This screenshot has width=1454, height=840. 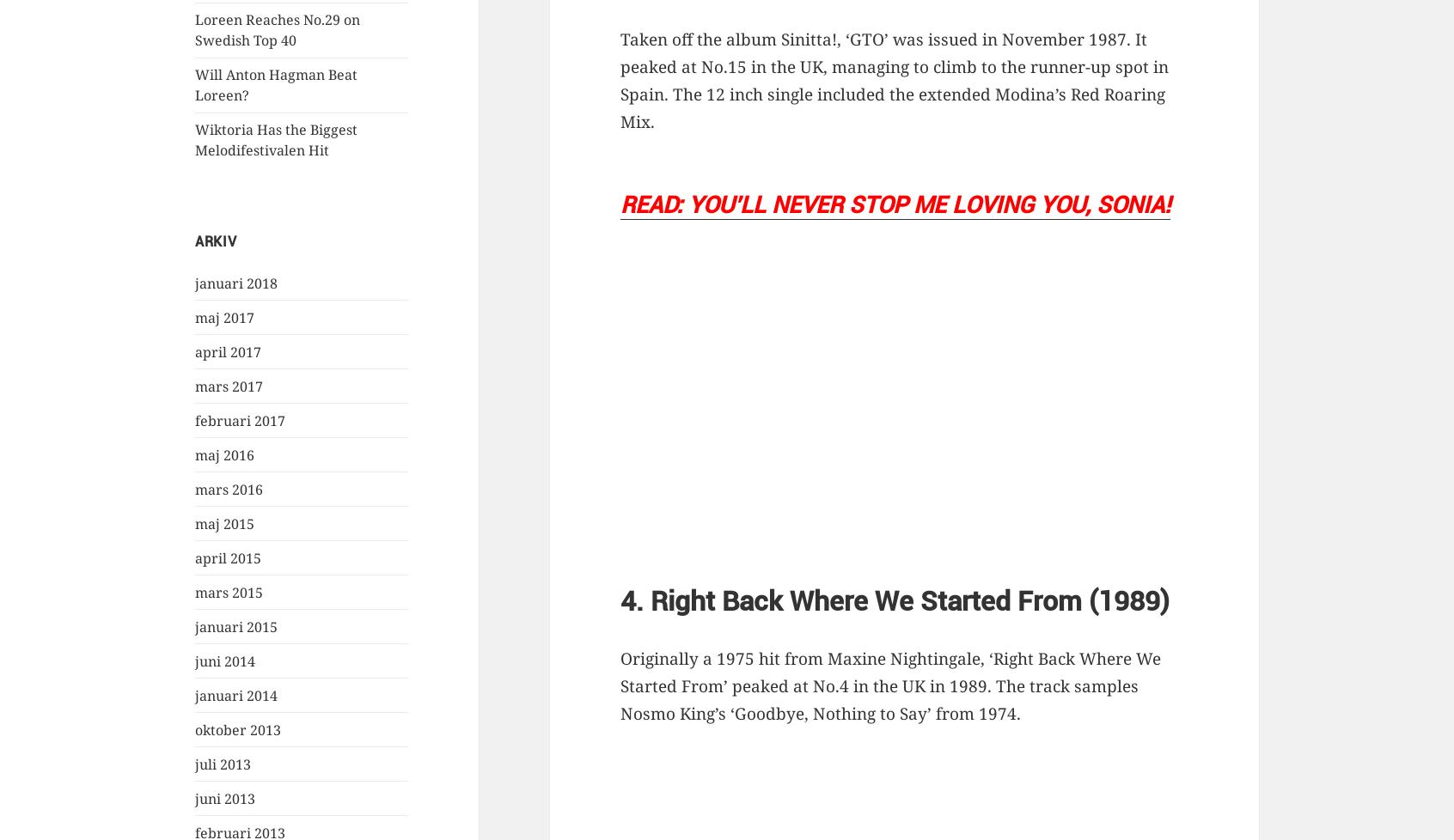 I want to click on 'oktober 2013', so click(x=195, y=728).